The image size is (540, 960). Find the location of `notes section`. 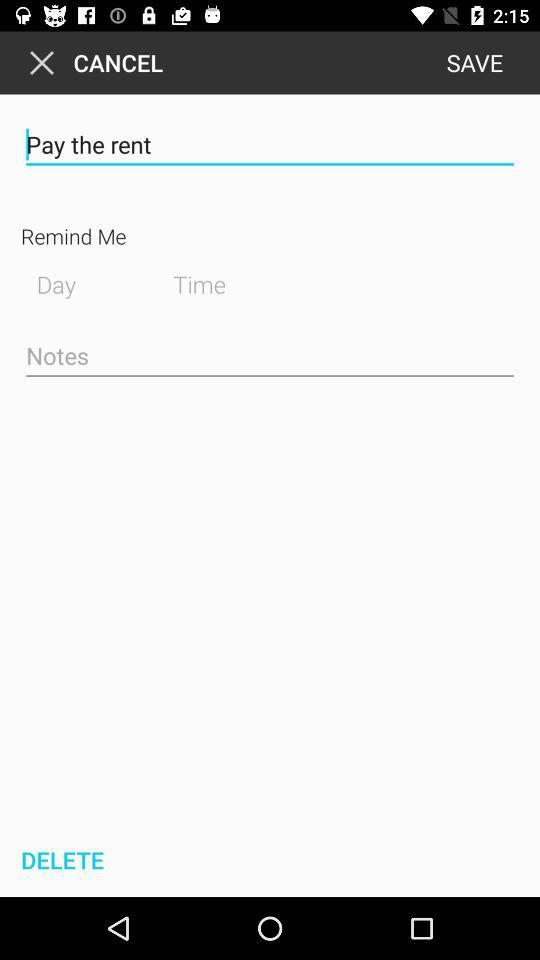

notes section is located at coordinates (270, 357).